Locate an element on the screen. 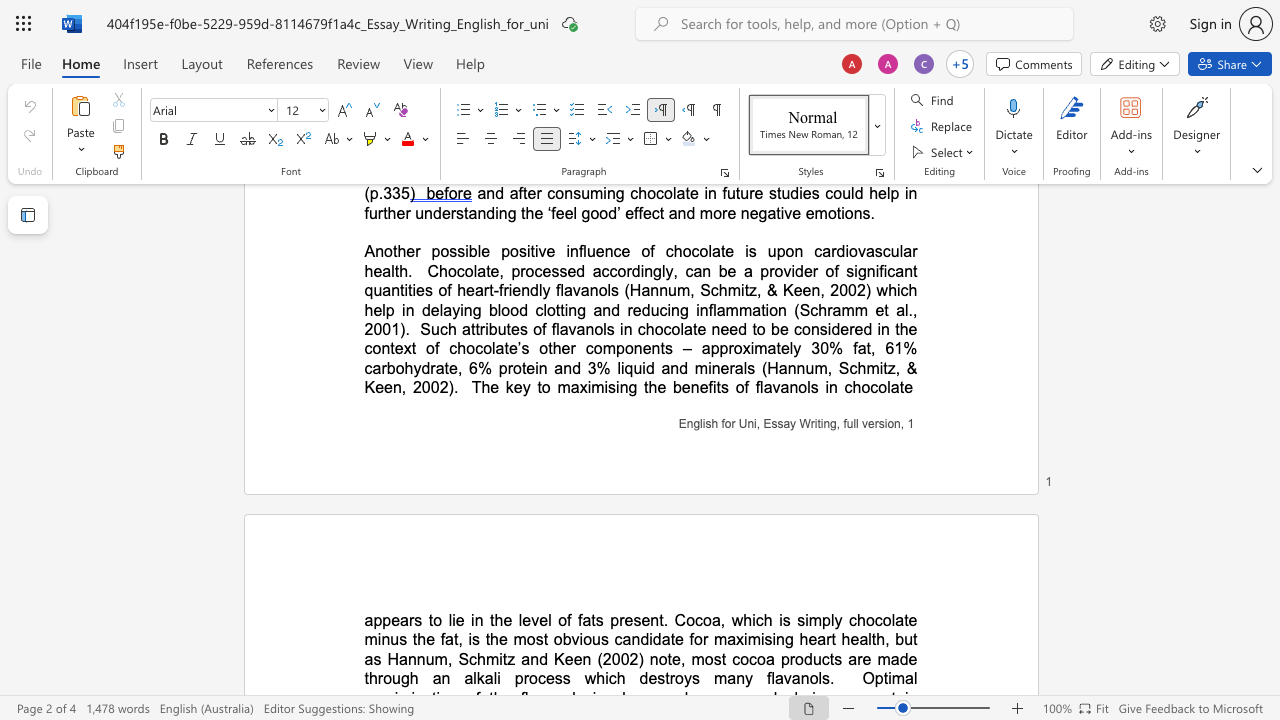  the space between the continuous character "a" and "d" in the text is located at coordinates (898, 659).